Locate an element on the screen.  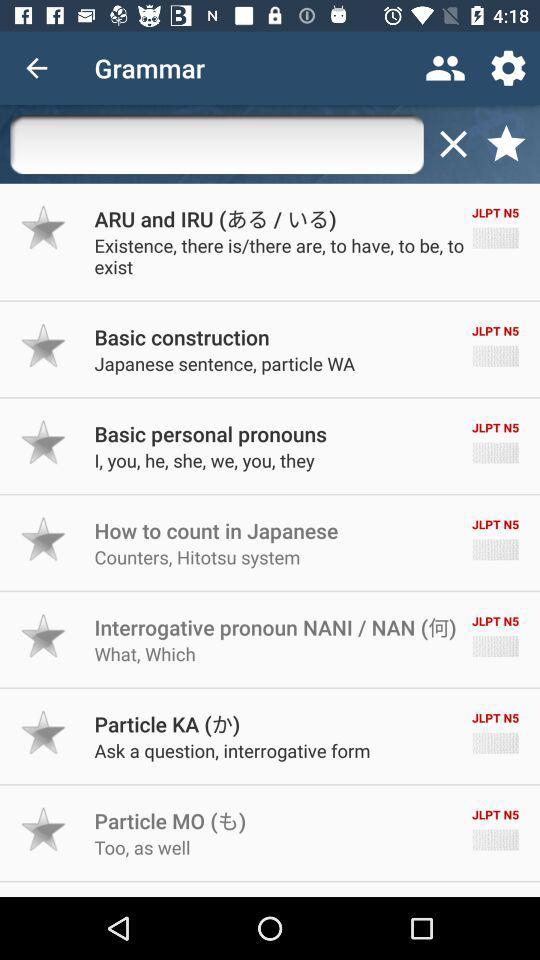
rate option is located at coordinates (44, 538).